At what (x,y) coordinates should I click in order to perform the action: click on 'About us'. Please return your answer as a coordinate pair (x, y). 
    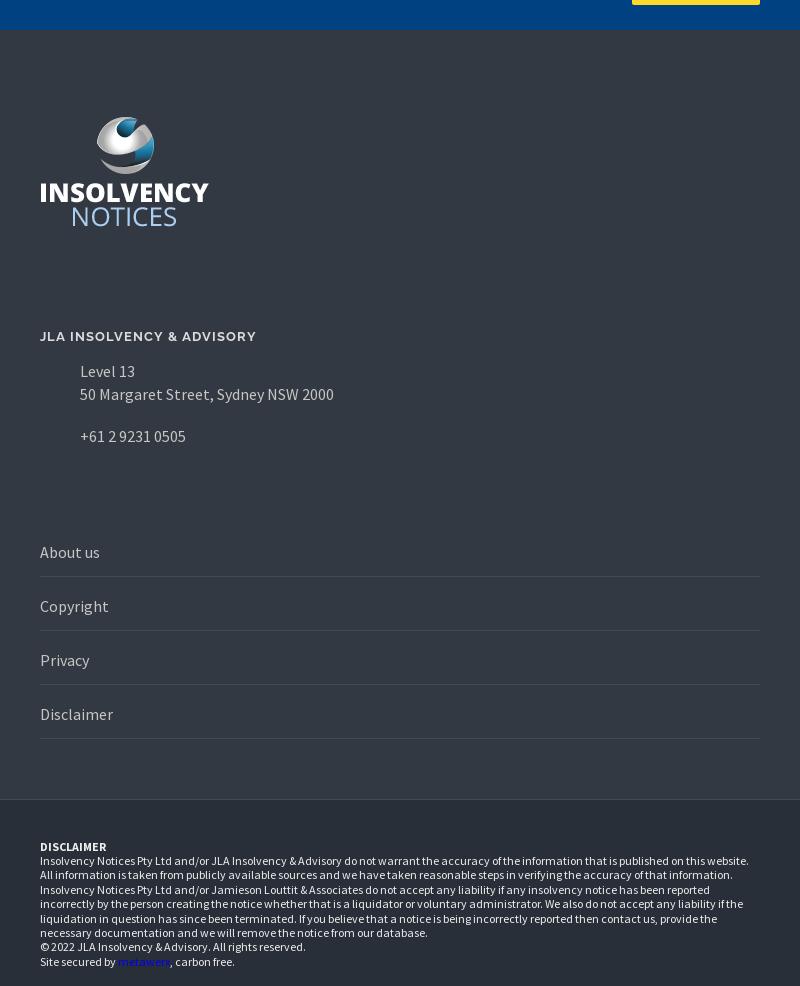
    Looking at the image, I should click on (70, 550).